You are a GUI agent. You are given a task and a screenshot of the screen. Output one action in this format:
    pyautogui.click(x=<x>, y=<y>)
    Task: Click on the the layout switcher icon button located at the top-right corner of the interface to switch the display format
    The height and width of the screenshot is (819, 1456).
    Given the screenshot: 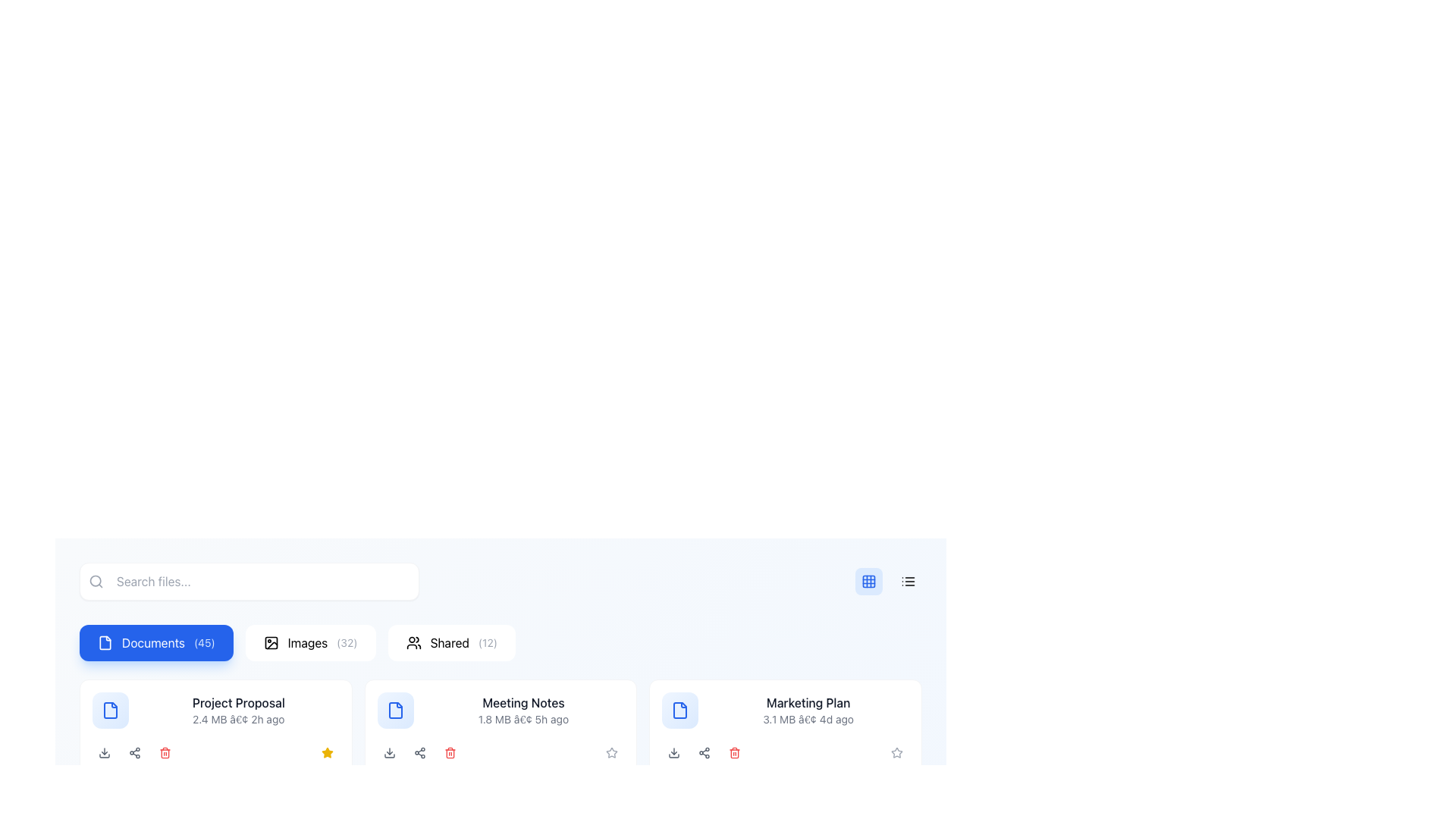 What is the action you would take?
    pyautogui.click(x=869, y=581)
    